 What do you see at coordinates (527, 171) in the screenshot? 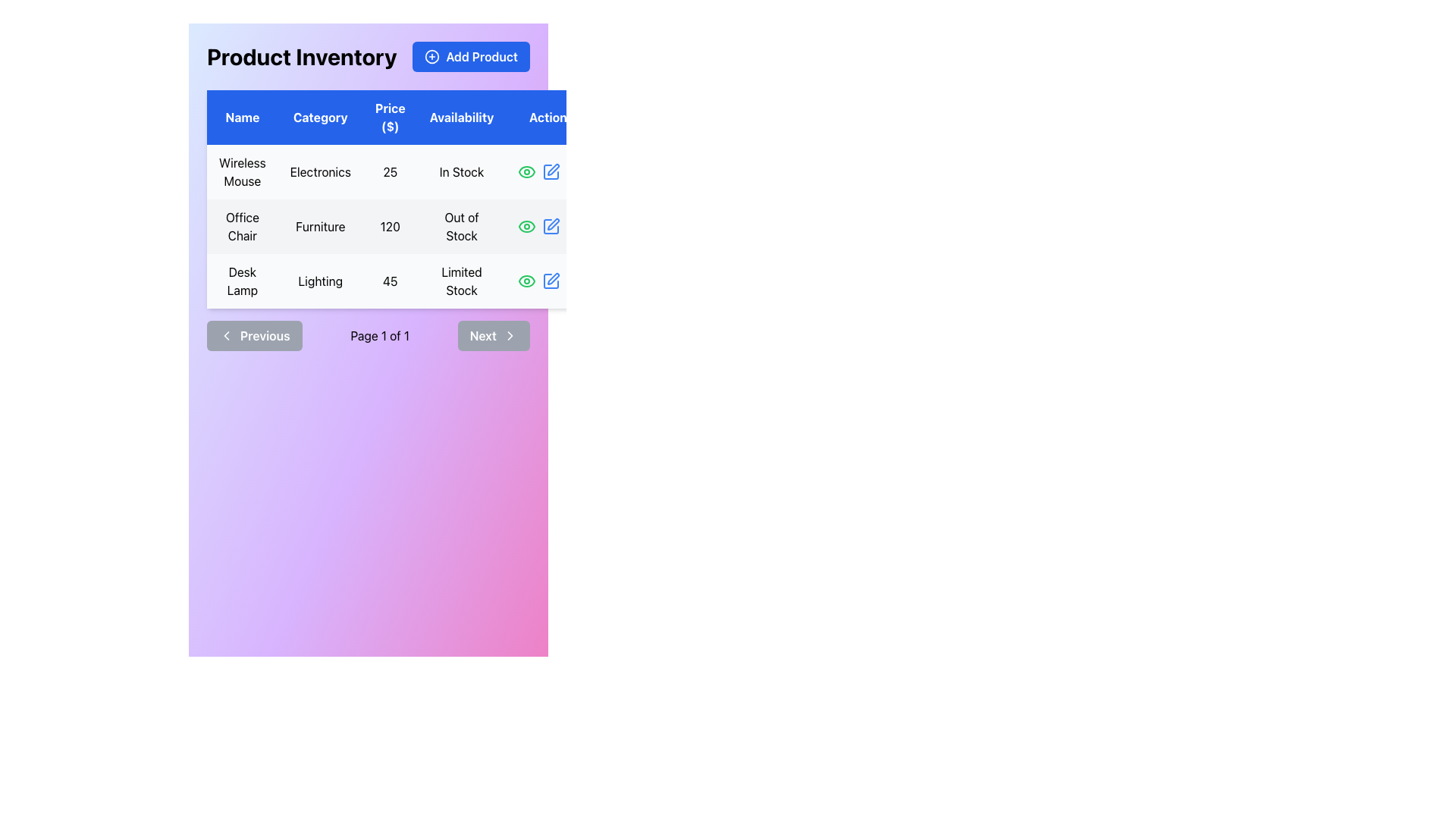
I see `the icon/button in the second row of the table under the Action column that relates` at bounding box center [527, 171].